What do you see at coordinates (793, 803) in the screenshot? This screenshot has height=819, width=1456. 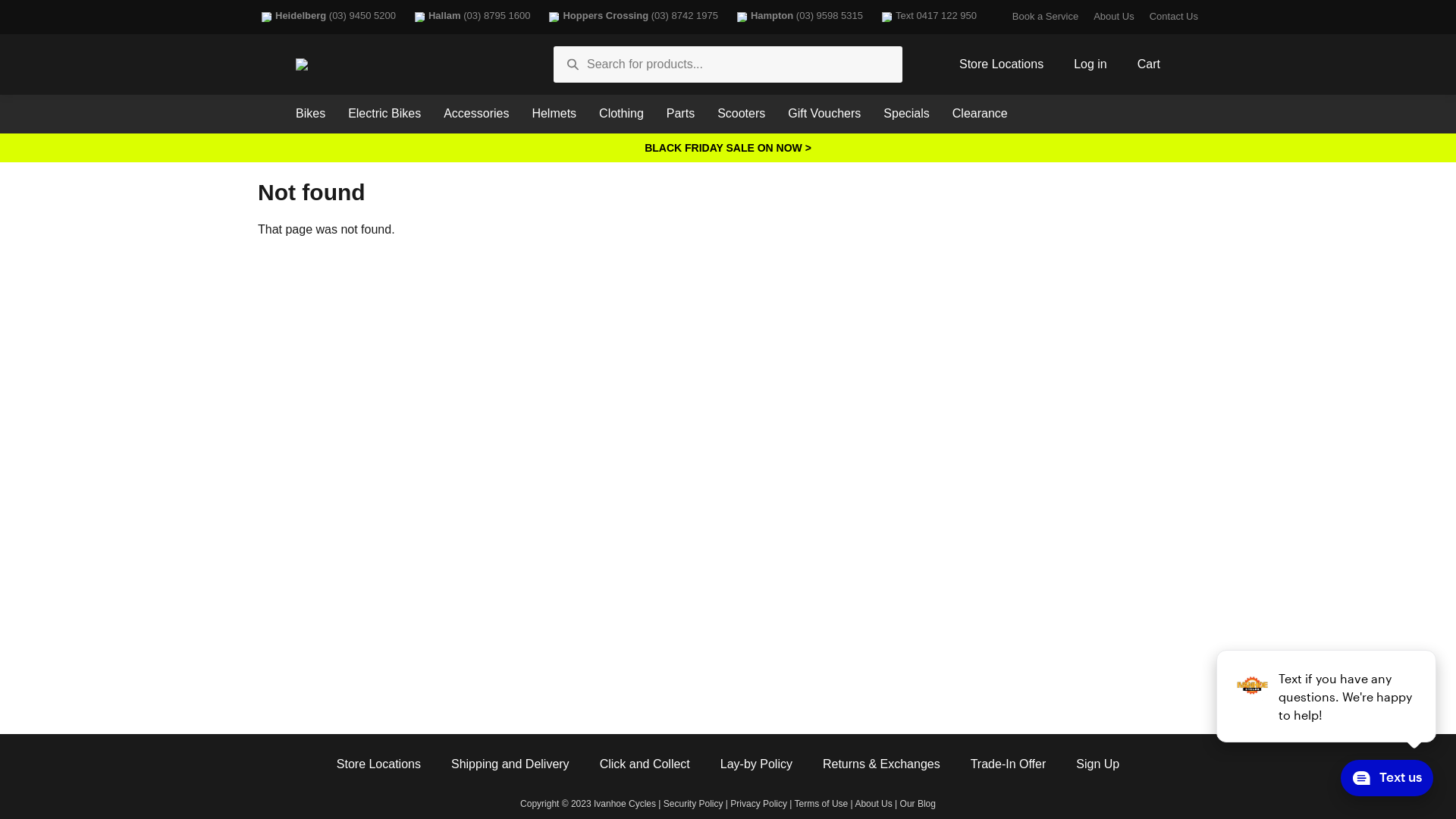 I see `'Terms of Use'` at bounding box center [793, 803].